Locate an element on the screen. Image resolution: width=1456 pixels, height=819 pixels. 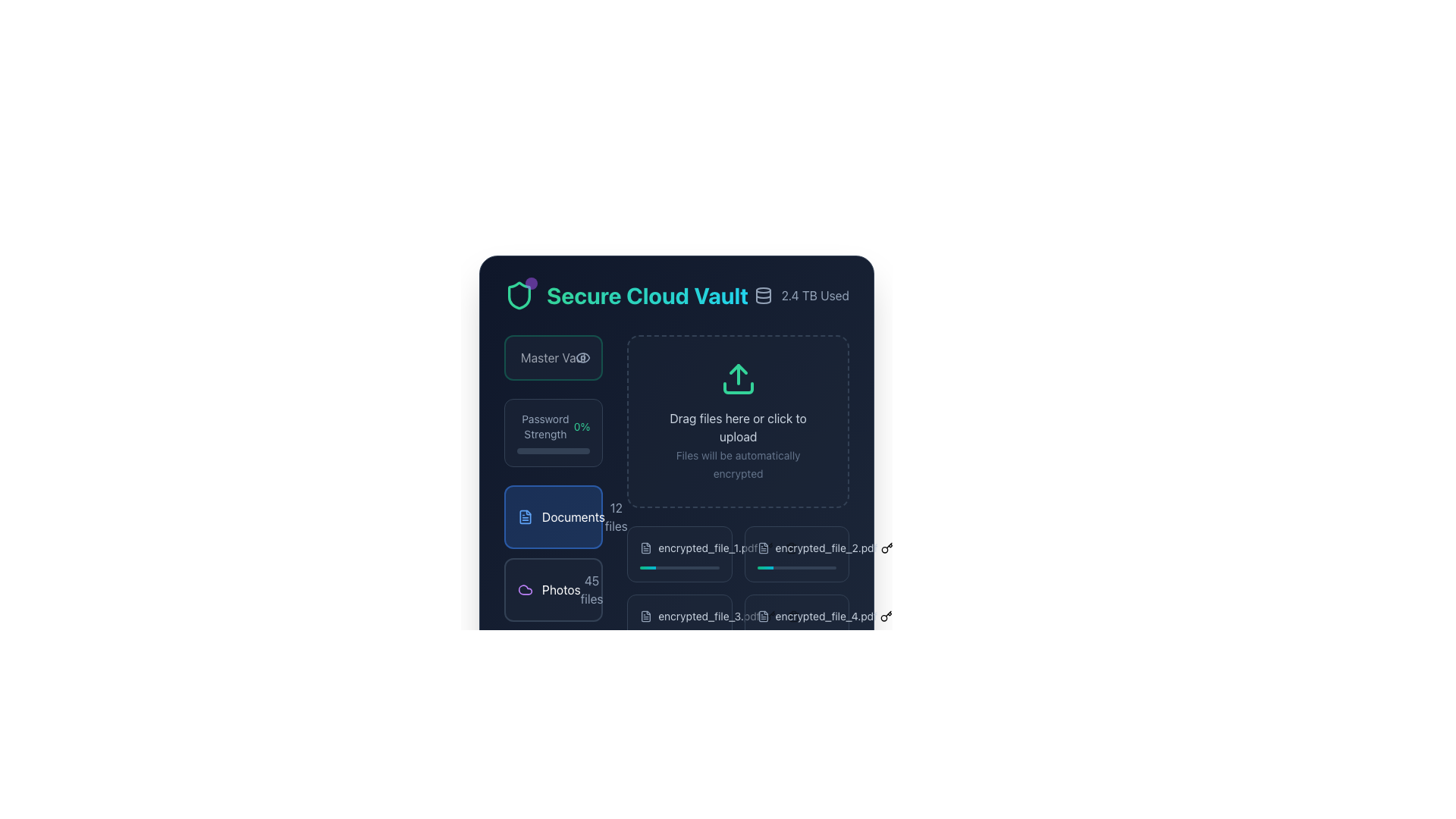
the 'Secure Cloud Vault' text label, which is styled with a gradient color from emerald-green to cyan and is located in the upper section of the interface, below a shield-shaped icon and aligned with the '2.4 TB Used' text is located at coordinates (626, 295).